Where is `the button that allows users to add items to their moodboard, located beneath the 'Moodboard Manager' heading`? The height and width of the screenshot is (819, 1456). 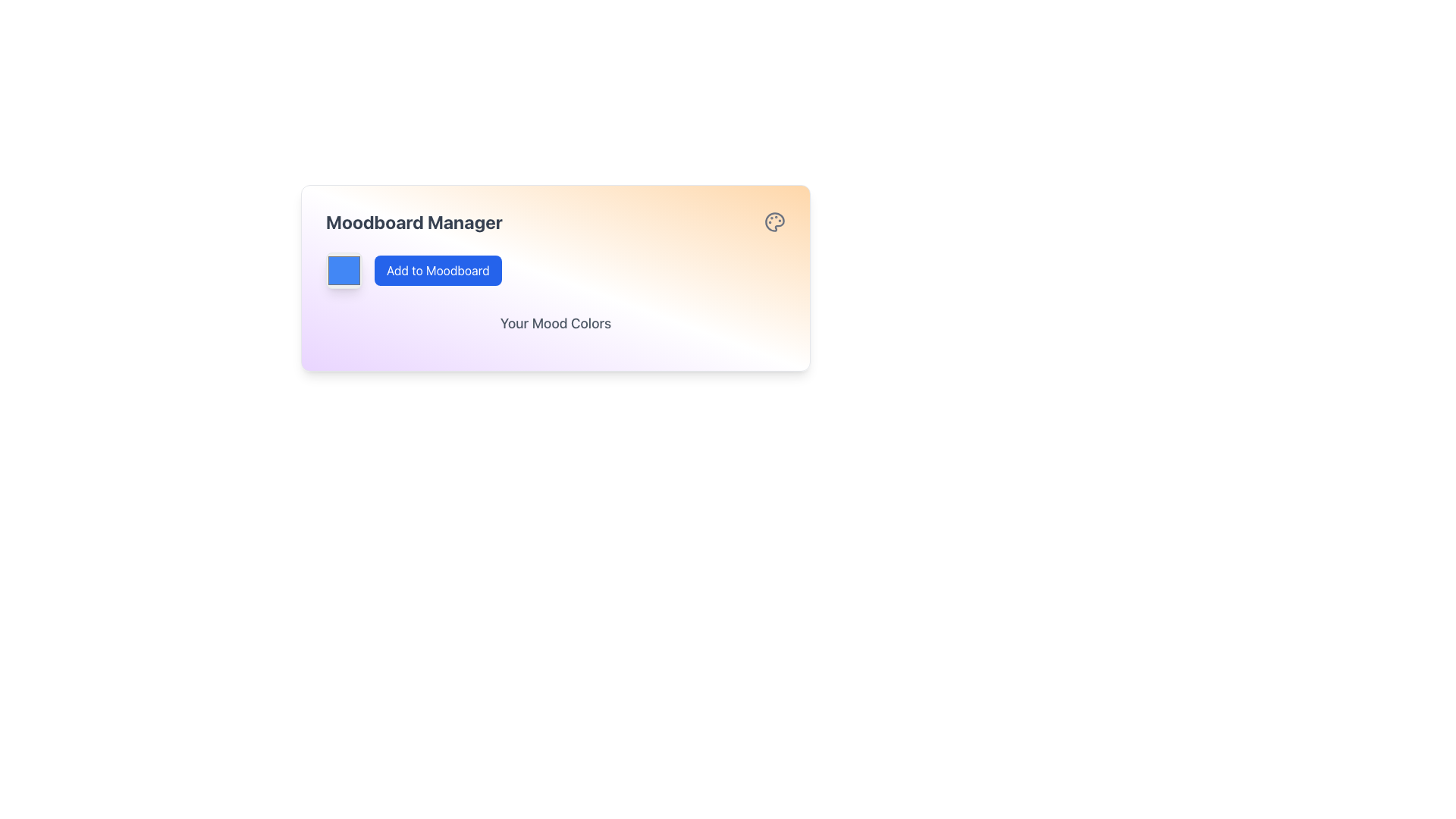 the button that allows users to add items to their moodboard, located beneath the 'Moodboard Manager' heading is located at coordinates (437, 270).